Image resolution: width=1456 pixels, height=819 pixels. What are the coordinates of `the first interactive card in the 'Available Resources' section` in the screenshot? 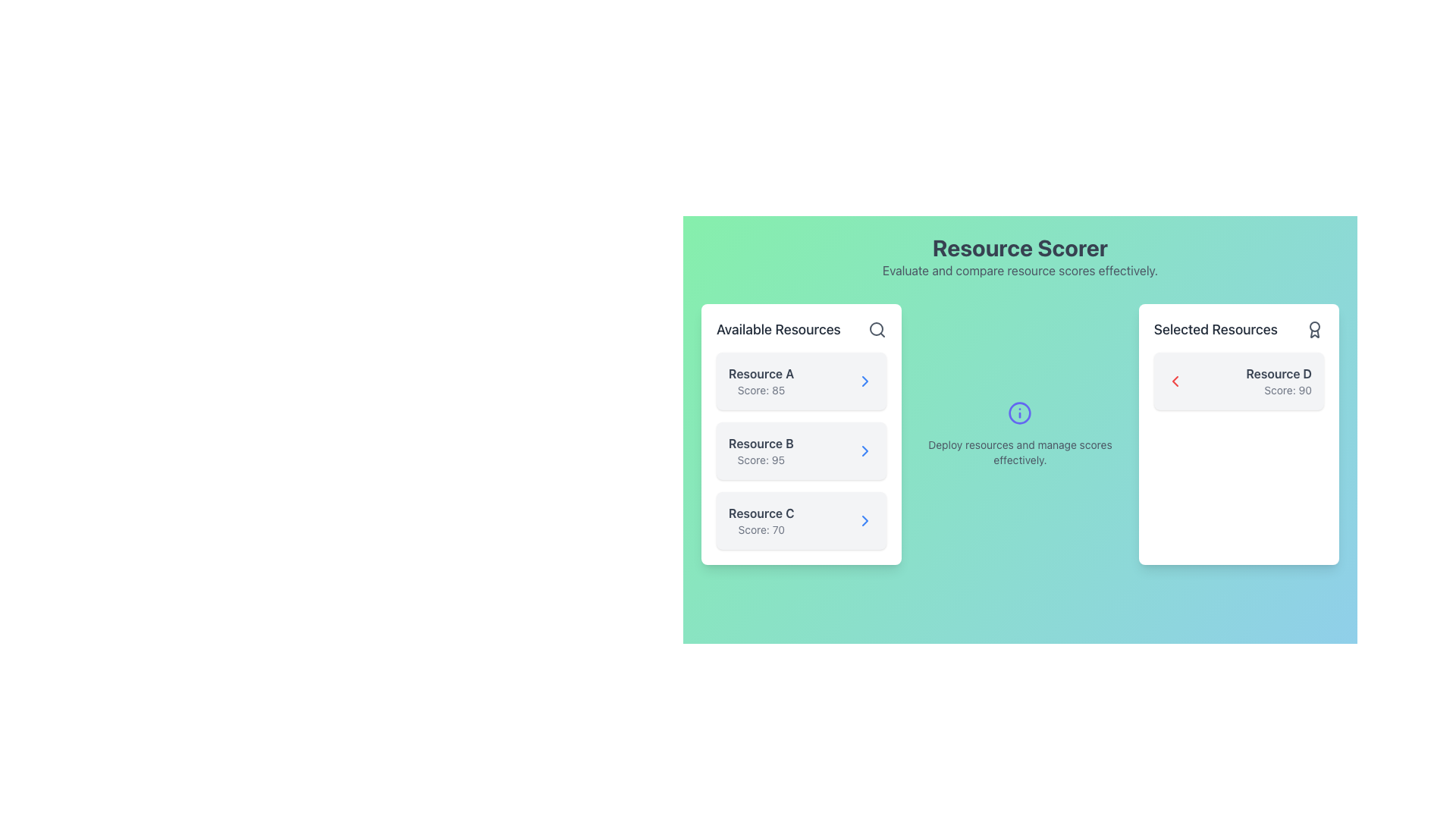 It's located at (800, 380).